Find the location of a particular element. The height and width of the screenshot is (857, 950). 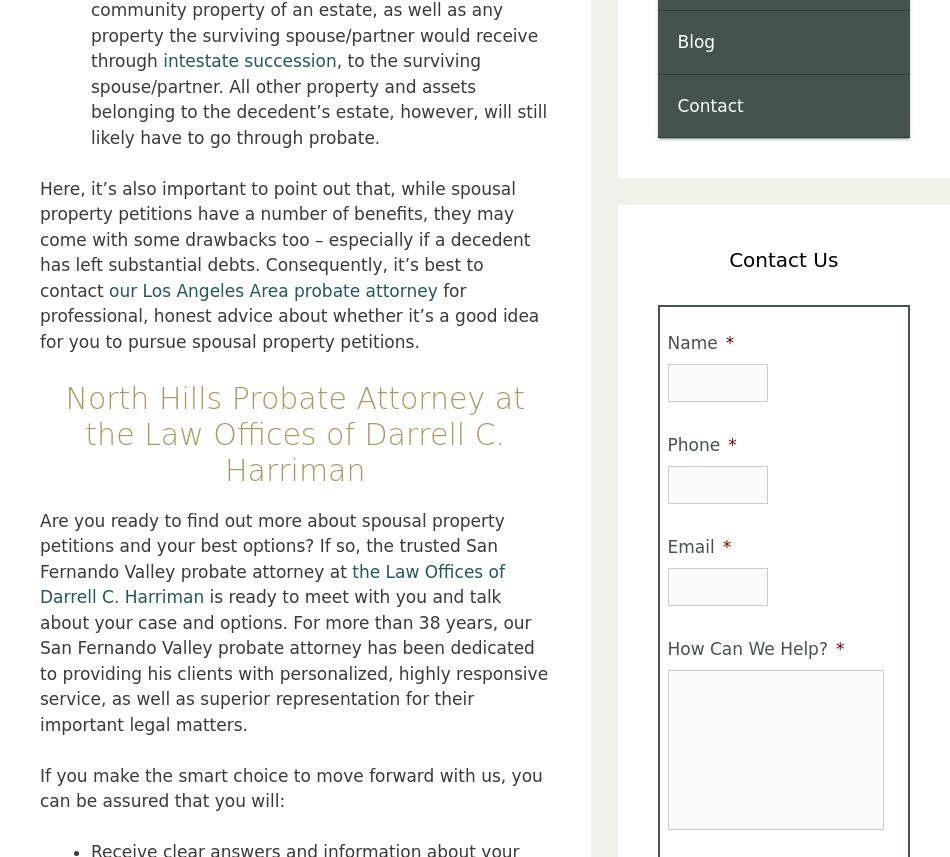

'How Can We Help?' is located at coordinates (666, 647).